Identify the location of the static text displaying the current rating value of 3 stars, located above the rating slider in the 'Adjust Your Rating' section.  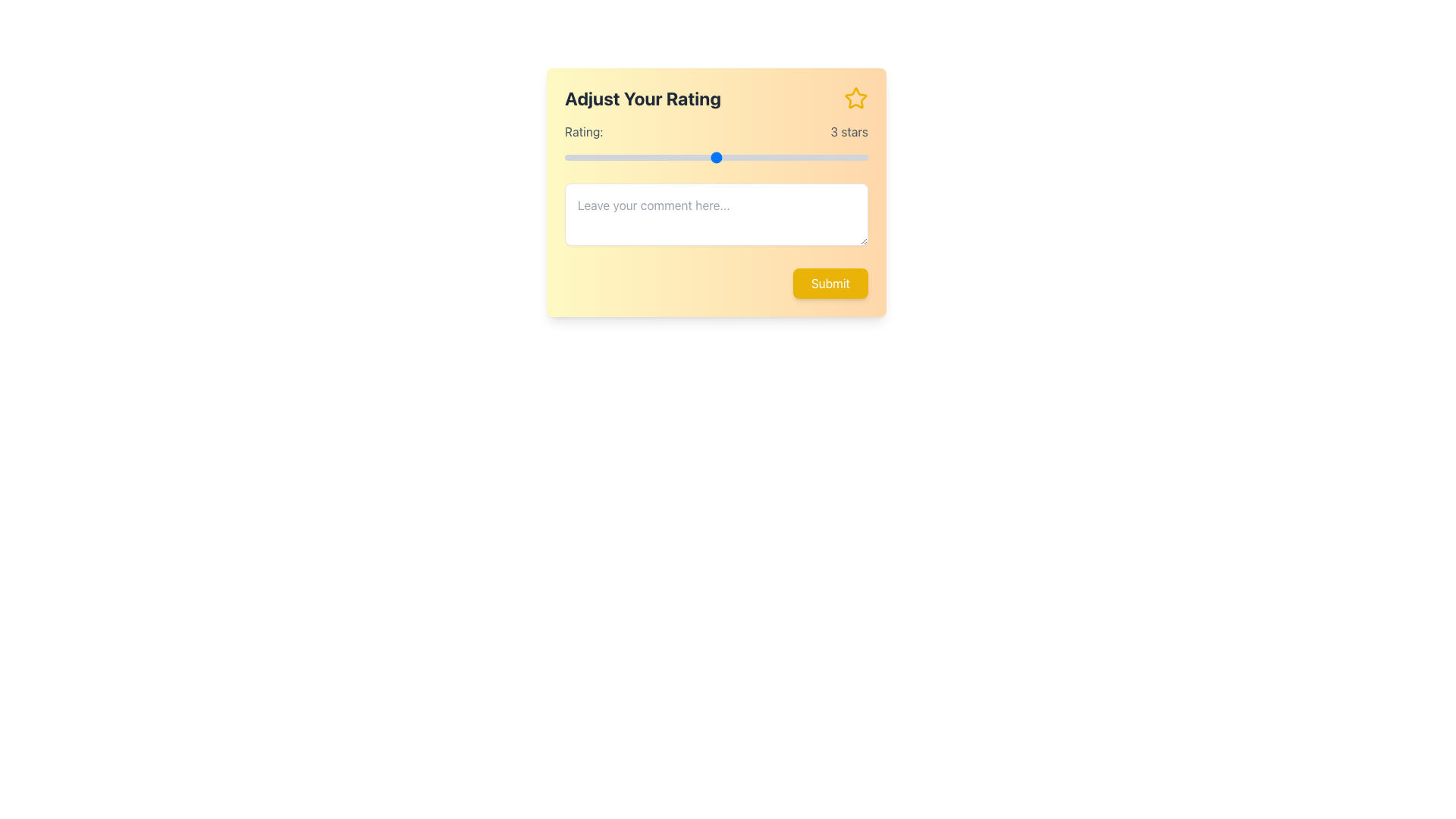
(716, 130).